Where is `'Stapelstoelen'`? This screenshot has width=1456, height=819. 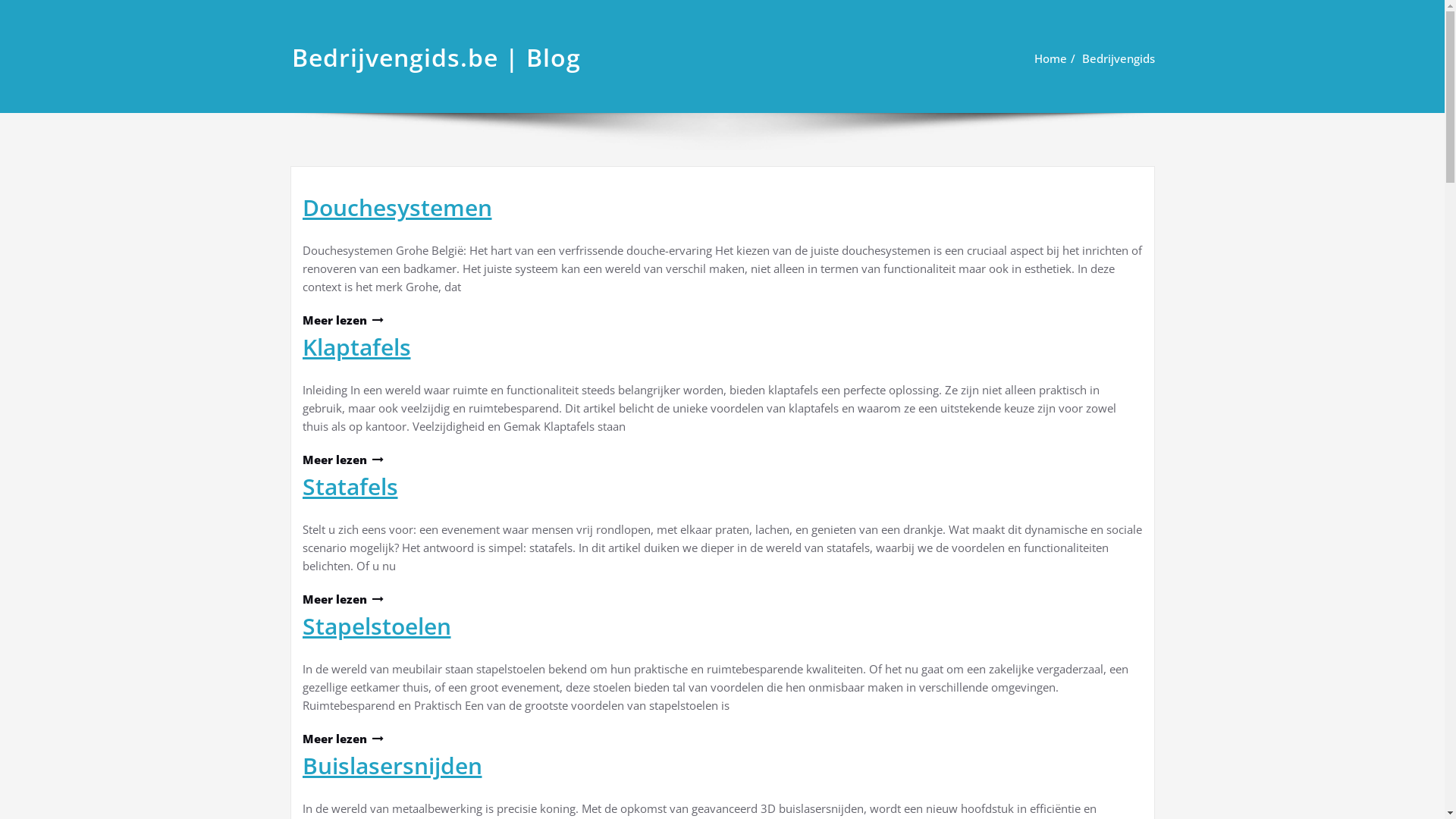 'Stapelstoelen' is located at coordinates (375, 626).